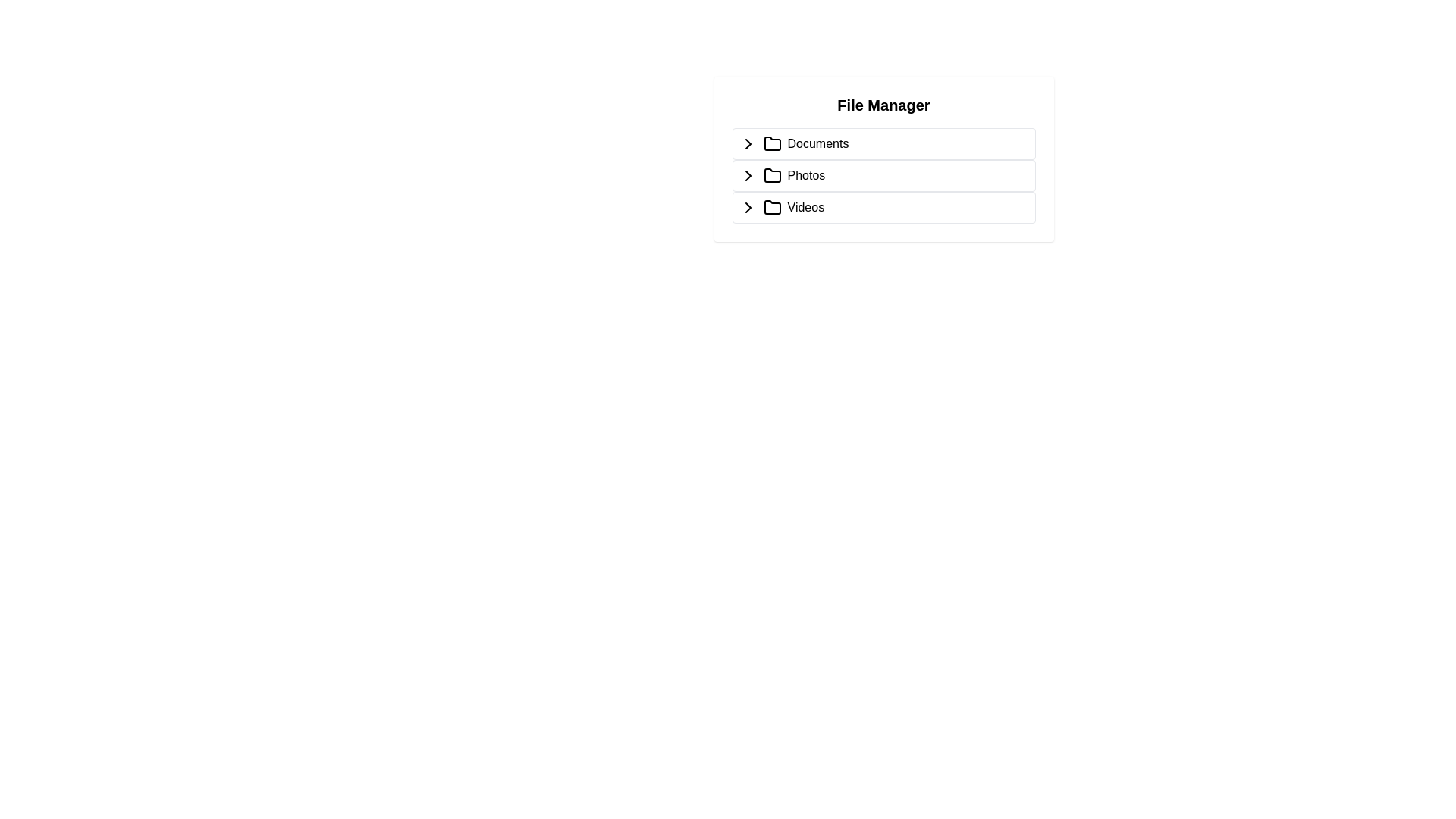 Image resolution: width=1456 pixels, height=819 pixels. What do you see at coordinates (748, 207) in the screenshot?
I see `the collapsible arrow icon to the left of the 'Videos' label` at bounding box center [748, 207].